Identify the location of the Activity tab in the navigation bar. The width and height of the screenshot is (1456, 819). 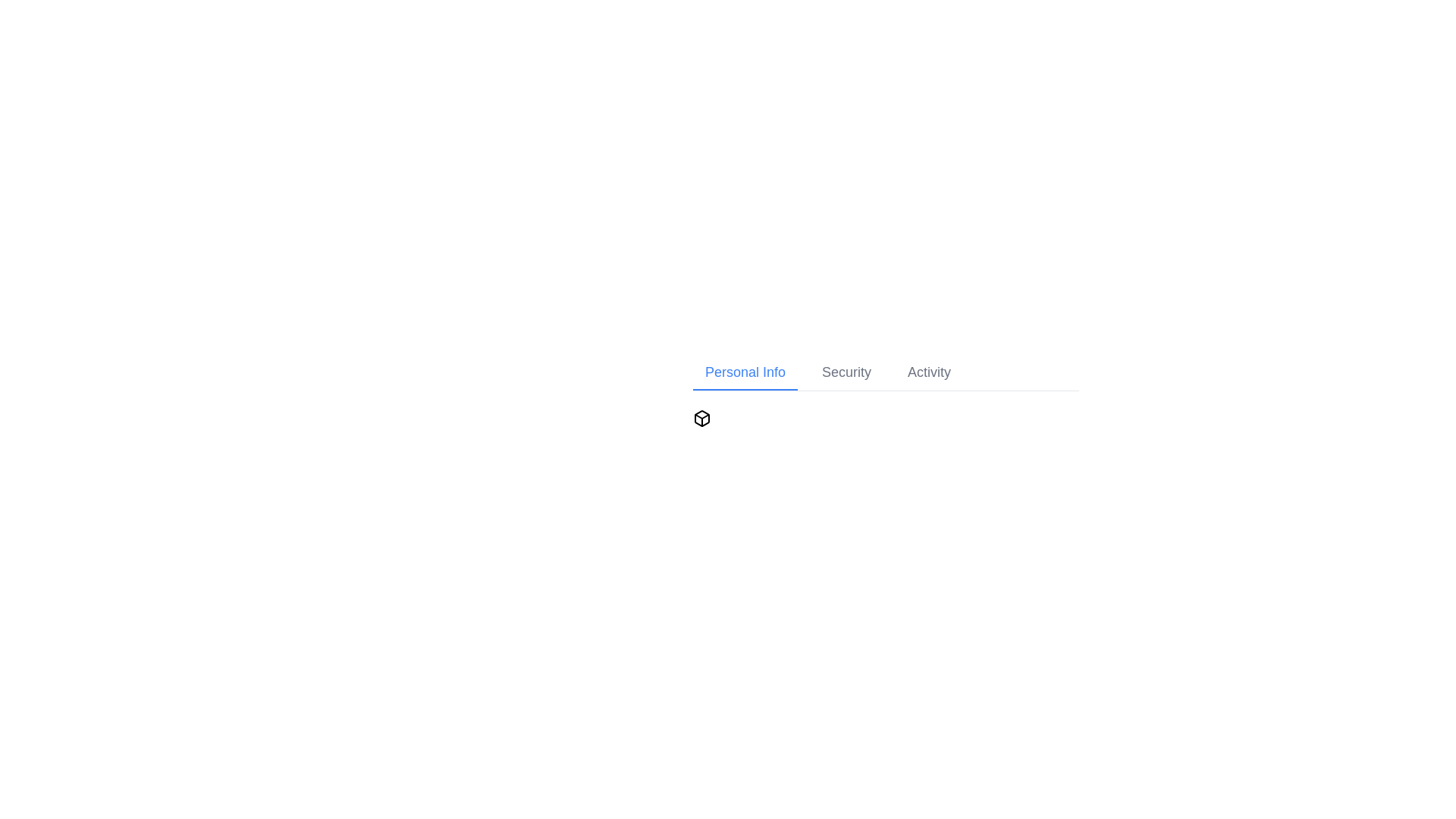
(928, 373).